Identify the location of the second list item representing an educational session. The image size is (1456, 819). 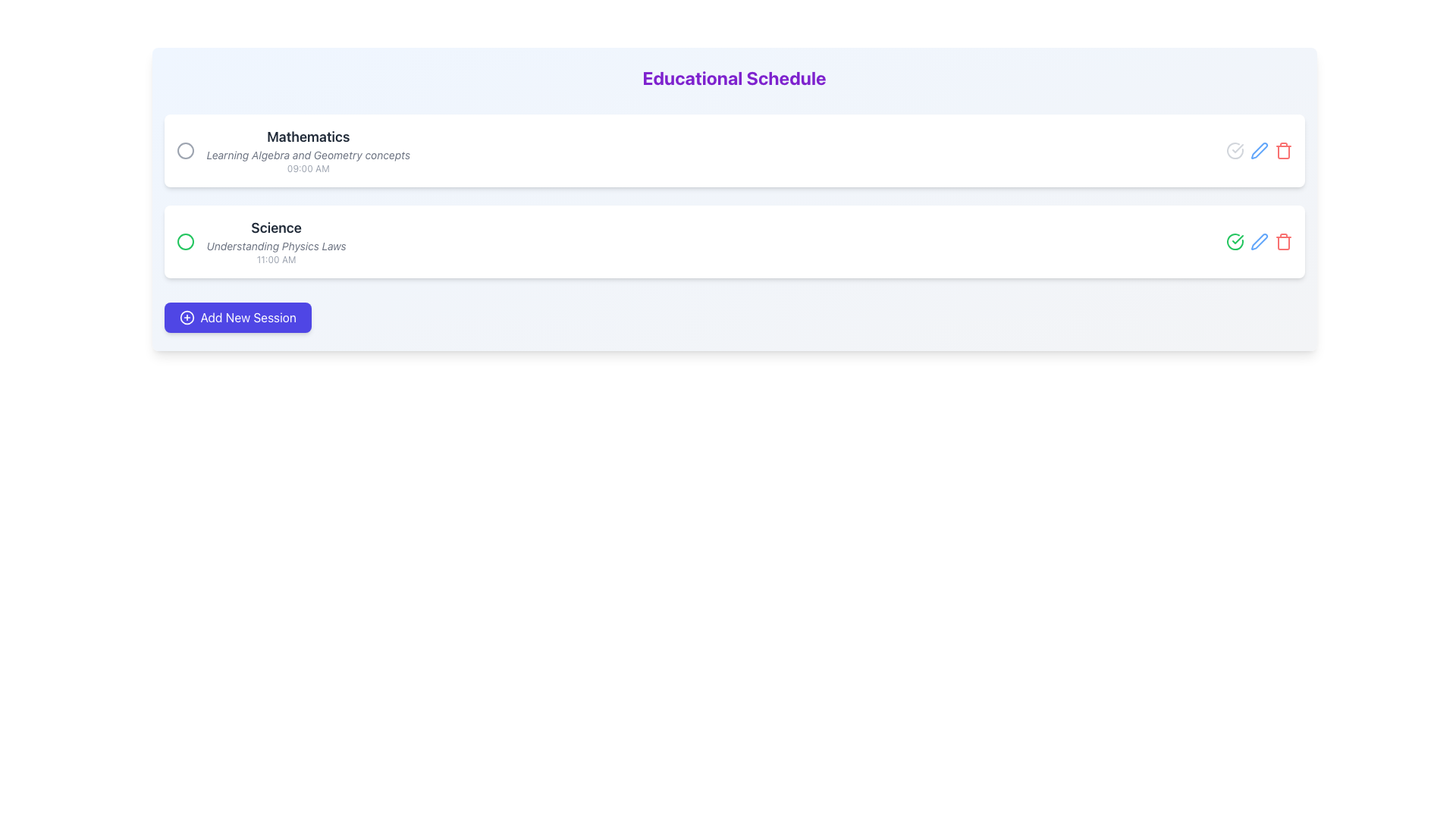
(261, 241).